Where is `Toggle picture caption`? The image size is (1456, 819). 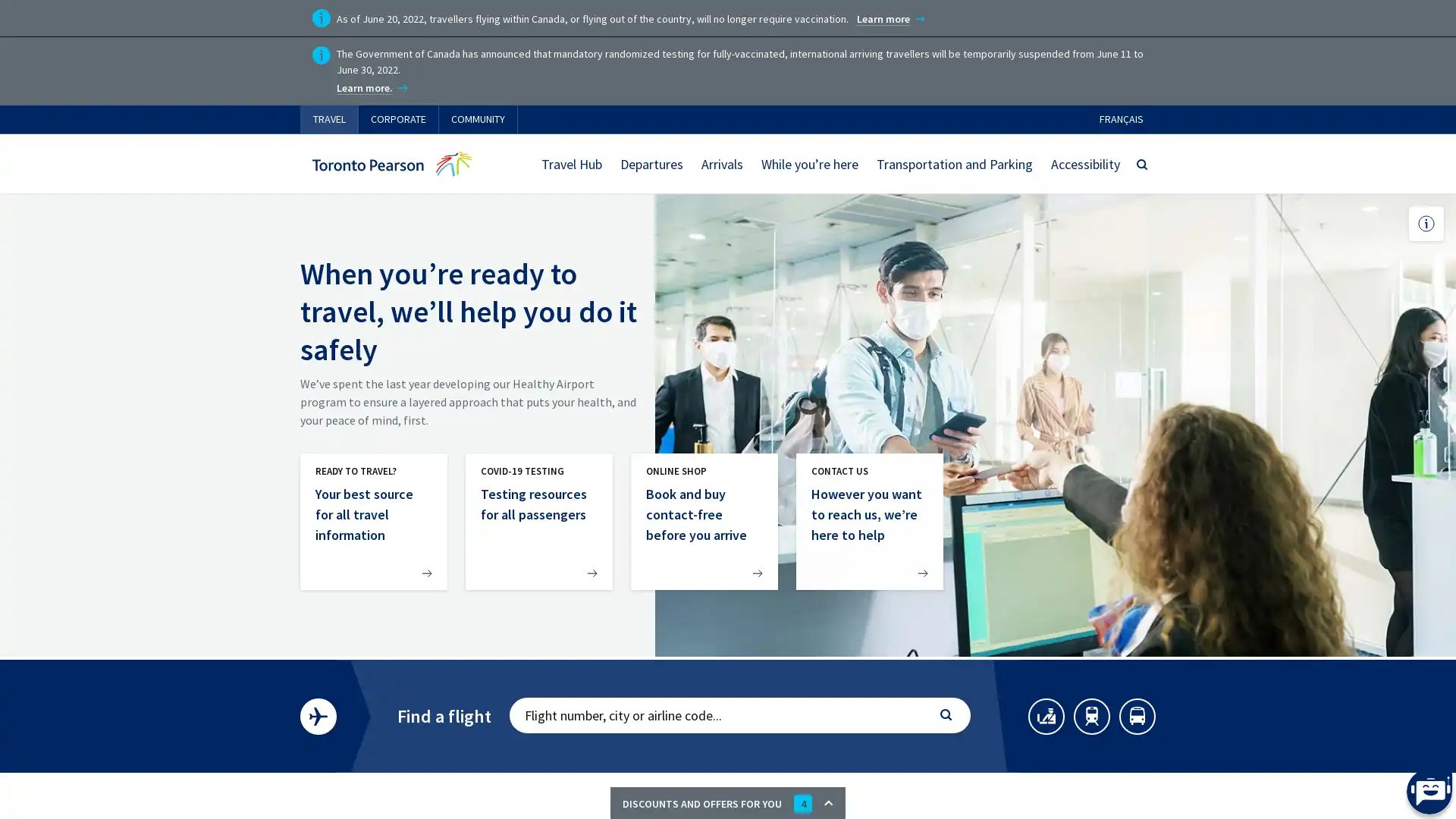 Toggle picture caption is located at coordinates (1426, 223).